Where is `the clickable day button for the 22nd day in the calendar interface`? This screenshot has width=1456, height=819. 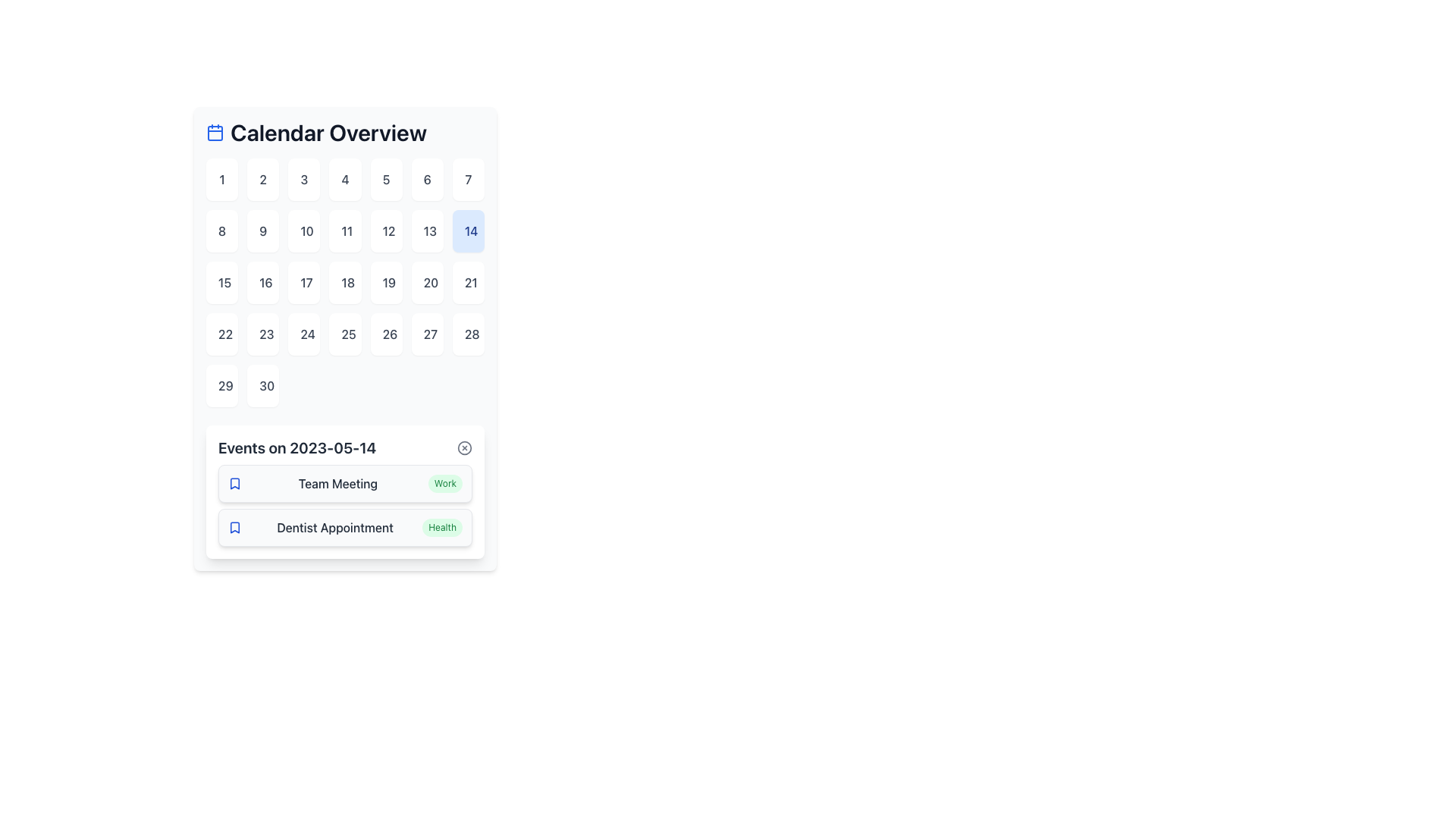
the clickable day button for the 22nd day in the calendar interface is located at coordinates (221, 333).